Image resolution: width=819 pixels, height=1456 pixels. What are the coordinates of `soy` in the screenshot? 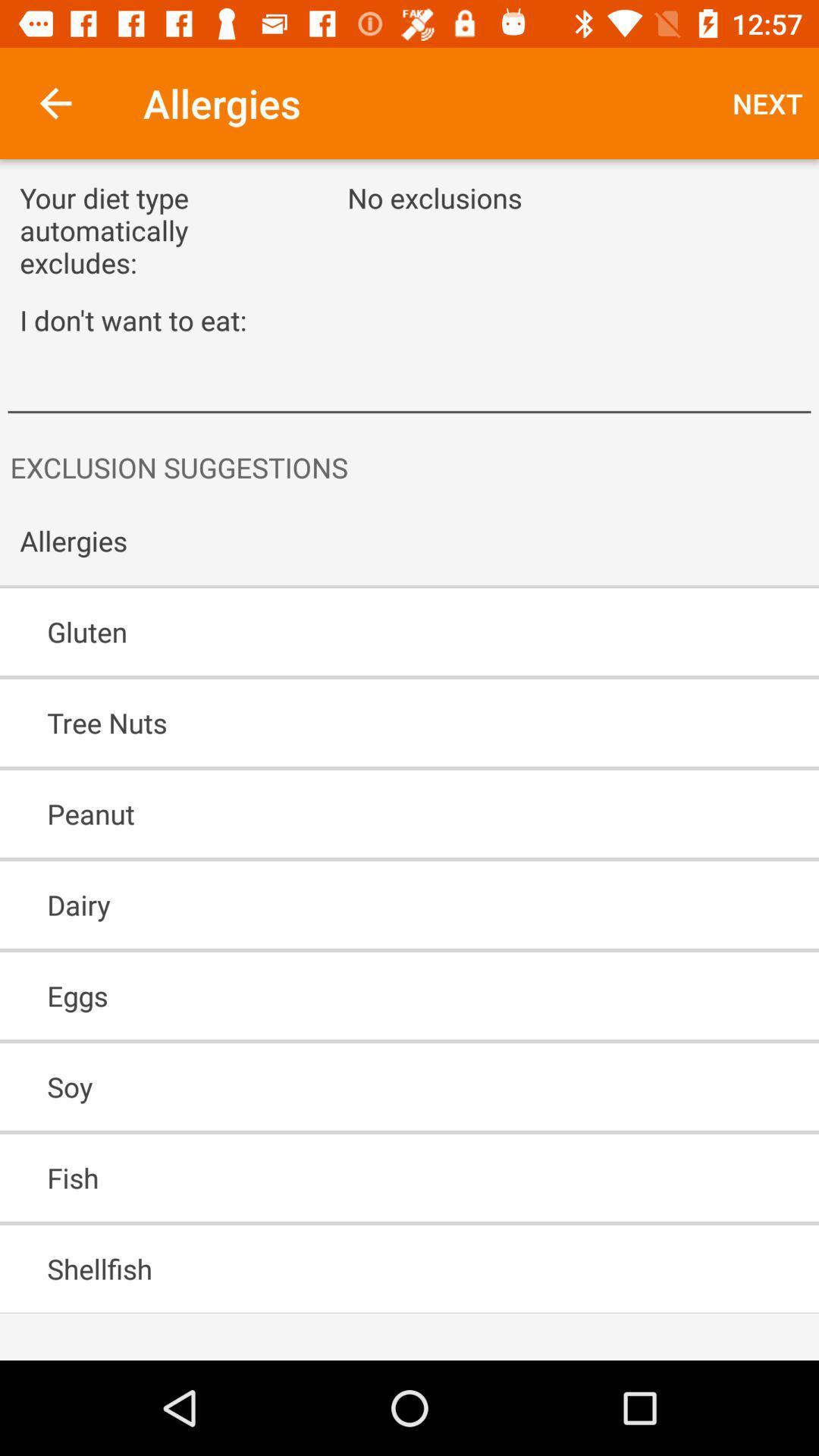 It's located at (366, 1086).